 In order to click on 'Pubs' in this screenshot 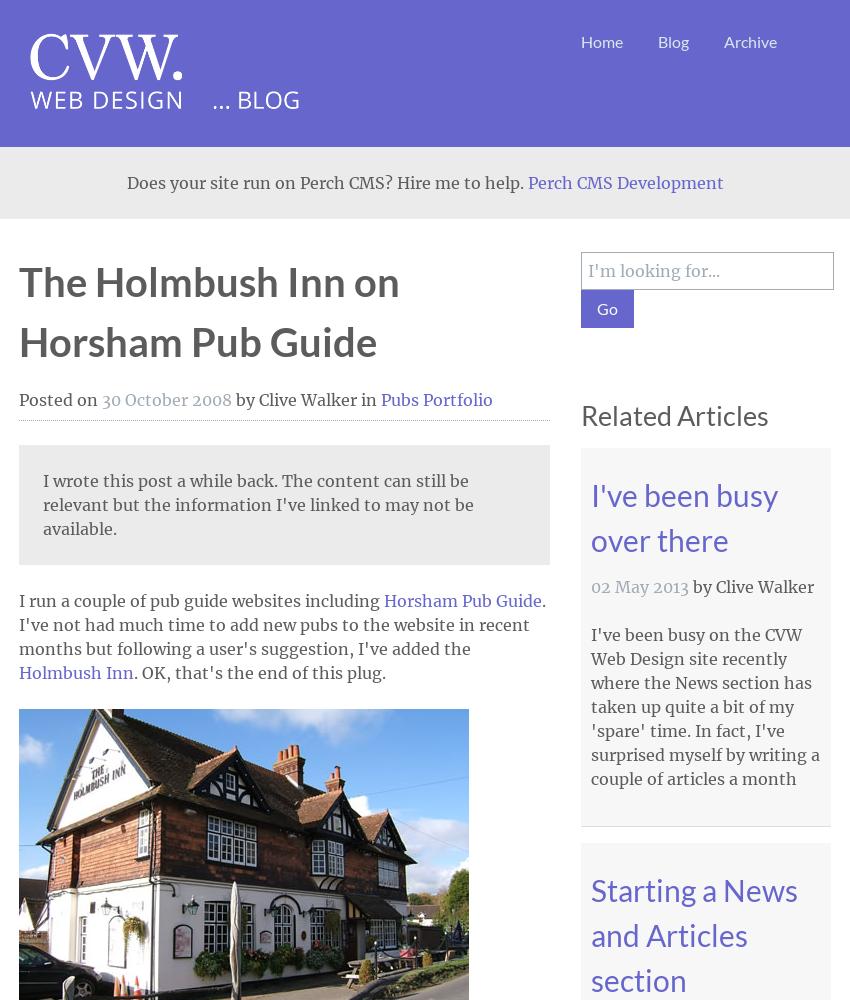, I will do `click(401, 400)`.